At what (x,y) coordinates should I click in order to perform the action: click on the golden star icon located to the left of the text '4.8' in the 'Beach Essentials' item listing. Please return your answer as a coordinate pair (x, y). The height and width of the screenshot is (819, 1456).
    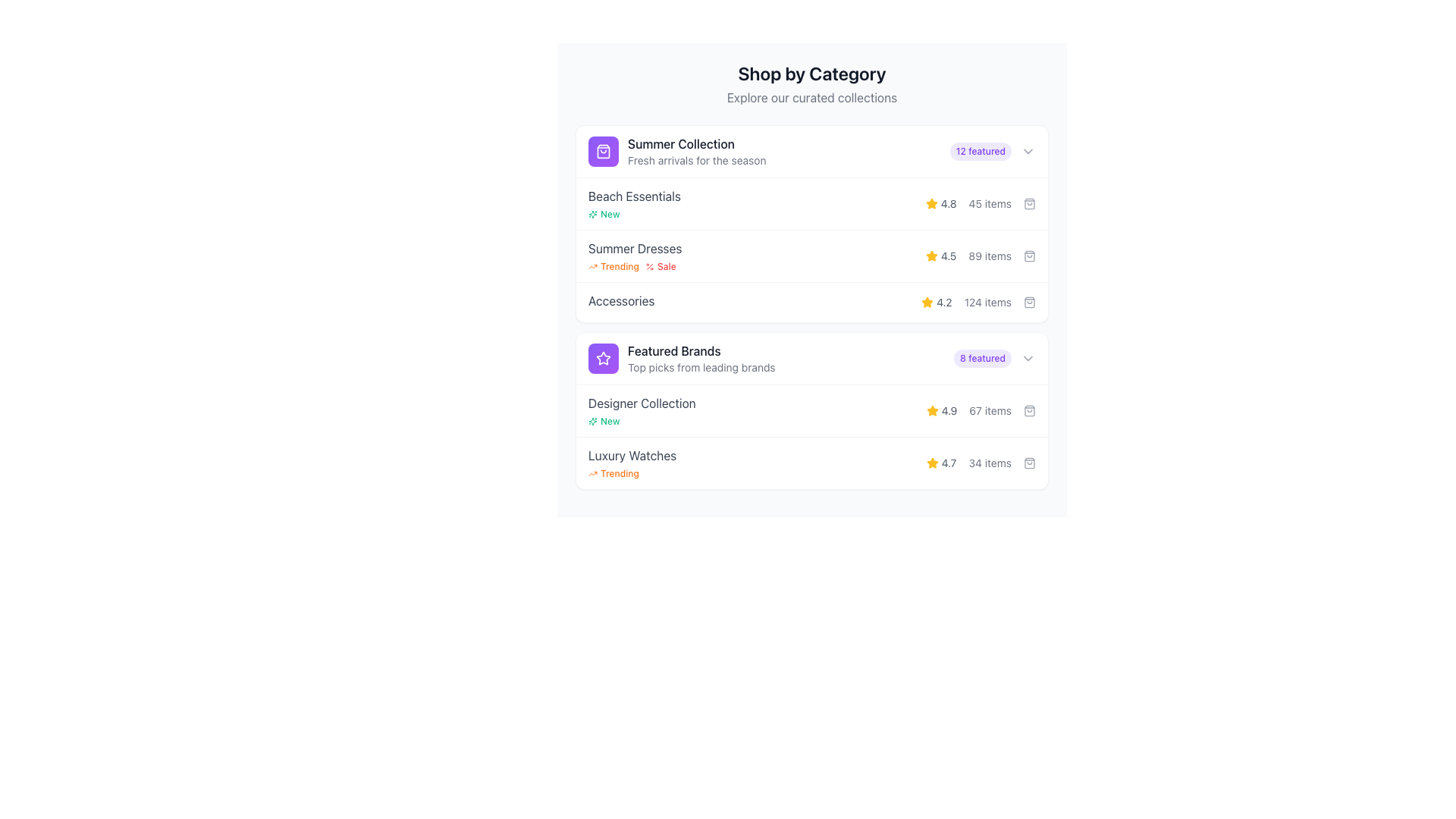
    Looking at the image, I should click on (930, 203).